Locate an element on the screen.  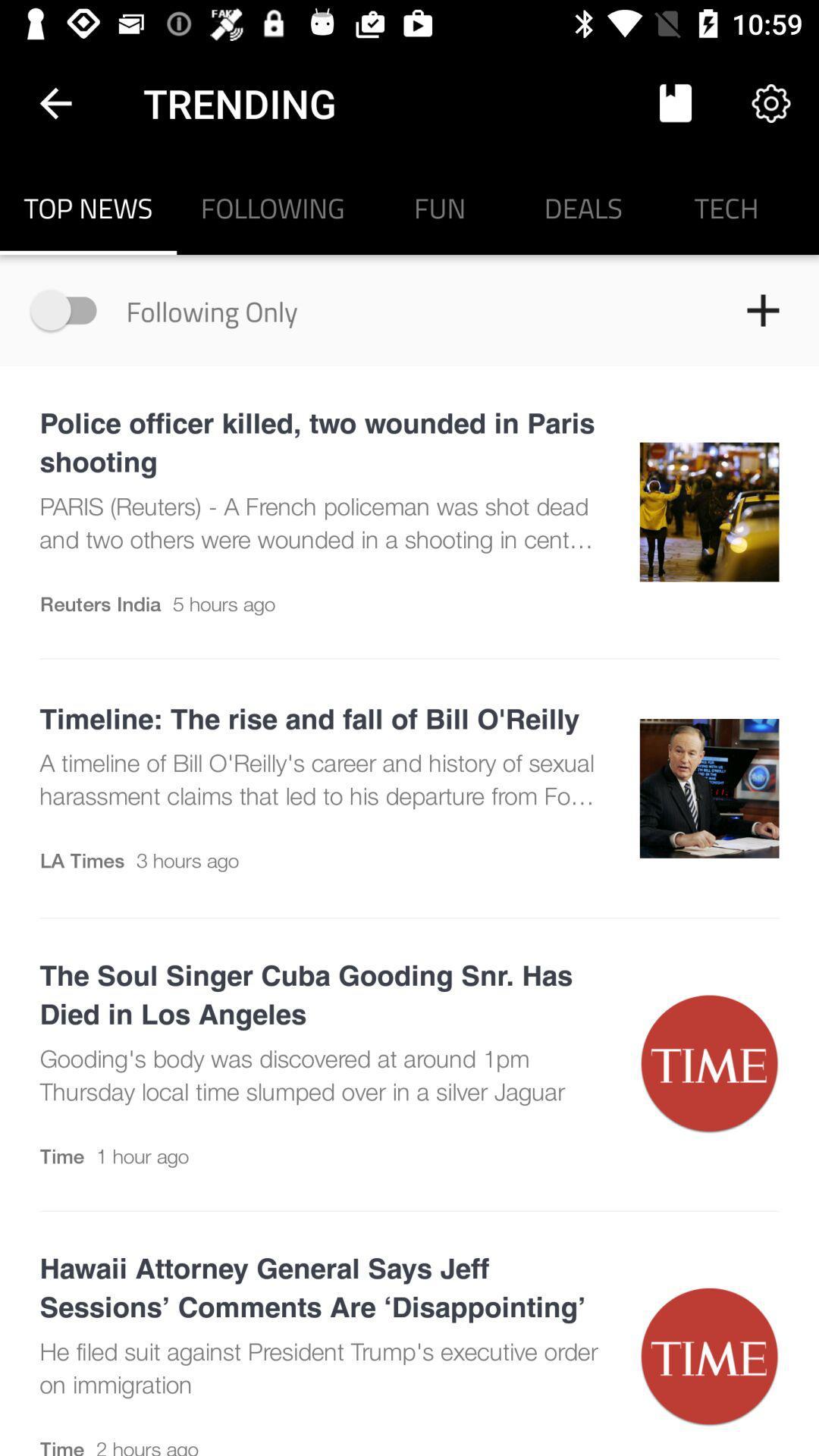
item above the police officer killed is located at coordinates (71, 309).